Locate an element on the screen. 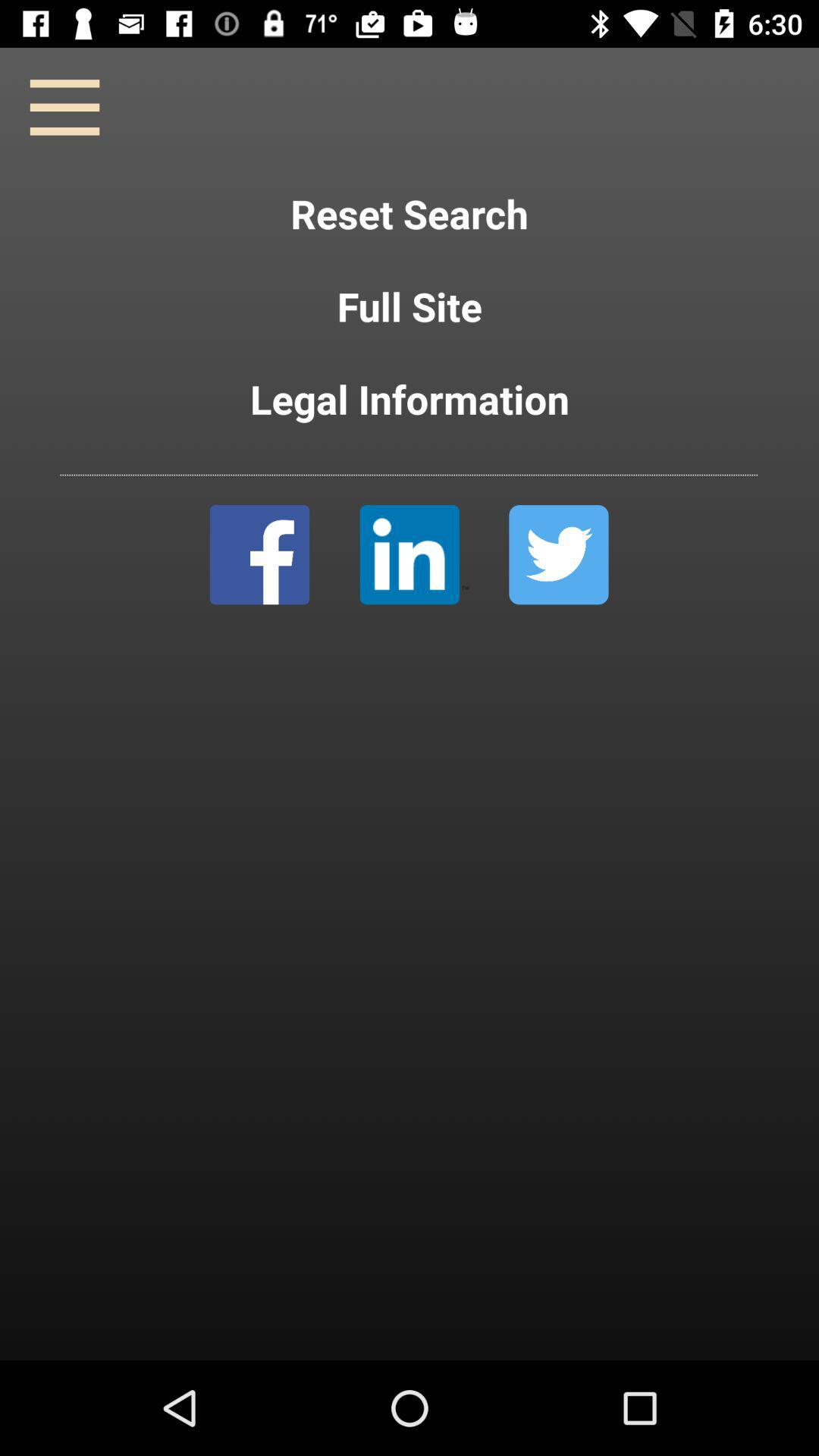  linkedin page is located at coordinates (414, 554).